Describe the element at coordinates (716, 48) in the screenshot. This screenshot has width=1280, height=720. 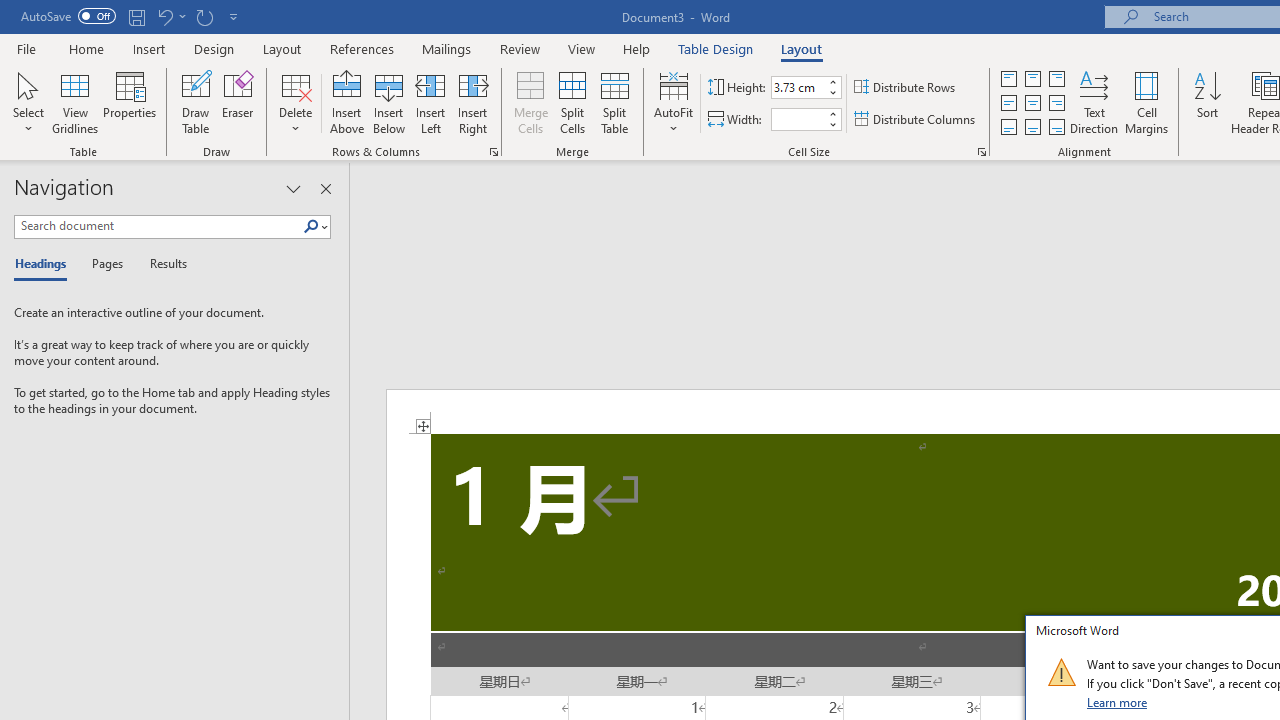
I see `'Table Design'` at that location.